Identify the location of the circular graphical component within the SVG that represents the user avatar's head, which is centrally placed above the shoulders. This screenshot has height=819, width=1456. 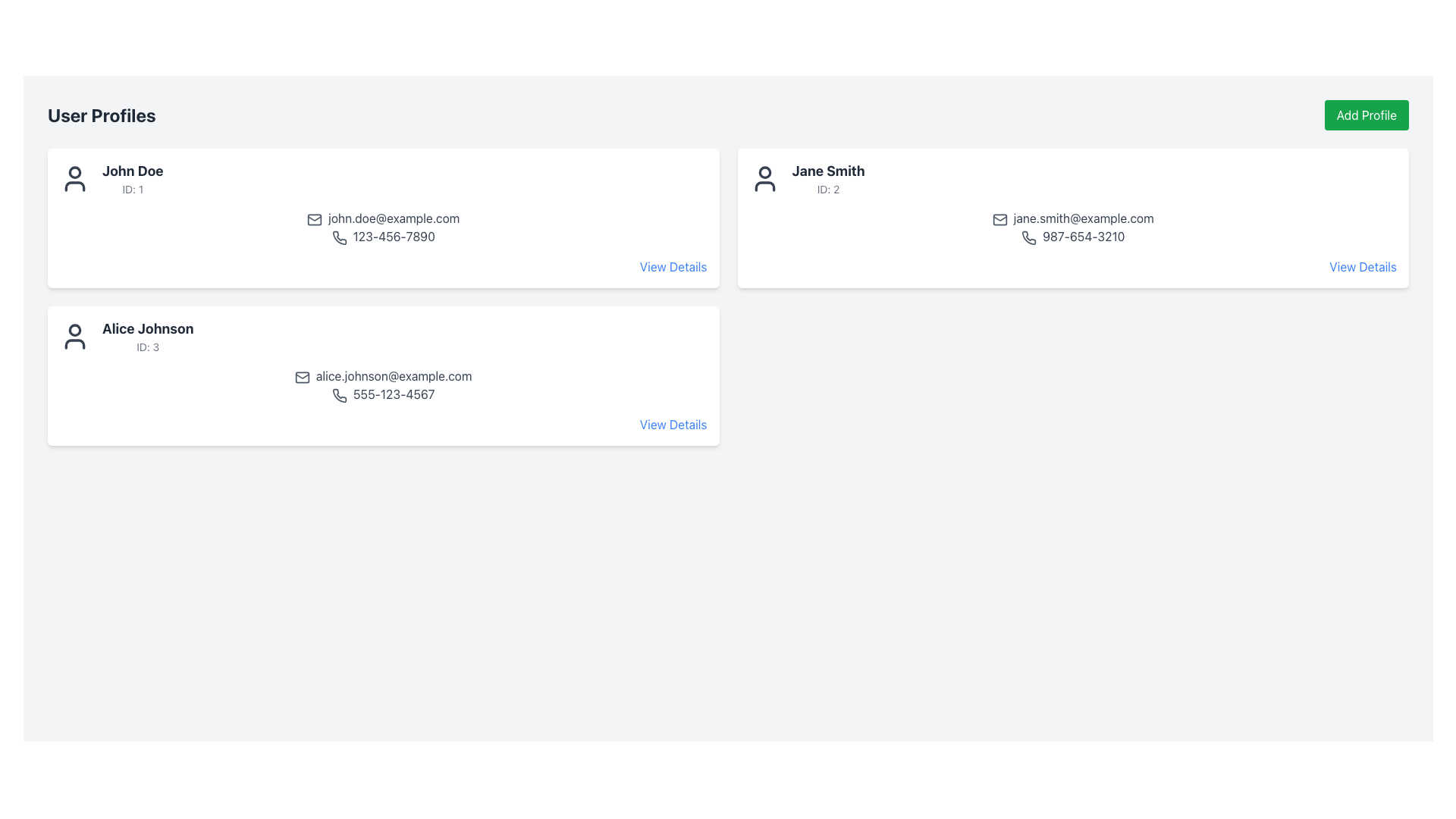
(74, 329).